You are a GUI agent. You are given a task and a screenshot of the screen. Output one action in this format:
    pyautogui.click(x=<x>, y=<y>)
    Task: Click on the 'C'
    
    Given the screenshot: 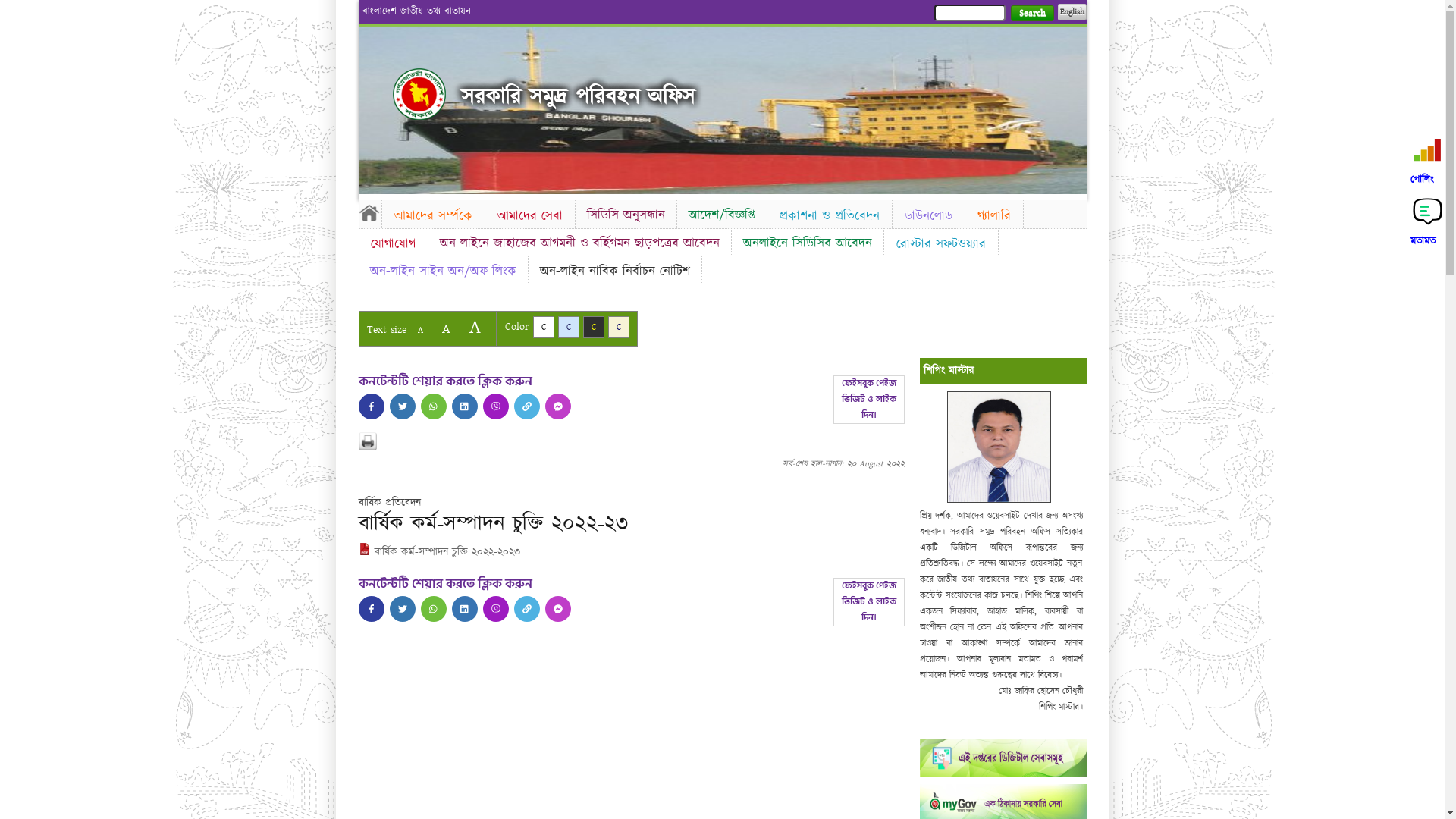 What is the action you would take?
    pyautogui.click(x=592, y=326)
    